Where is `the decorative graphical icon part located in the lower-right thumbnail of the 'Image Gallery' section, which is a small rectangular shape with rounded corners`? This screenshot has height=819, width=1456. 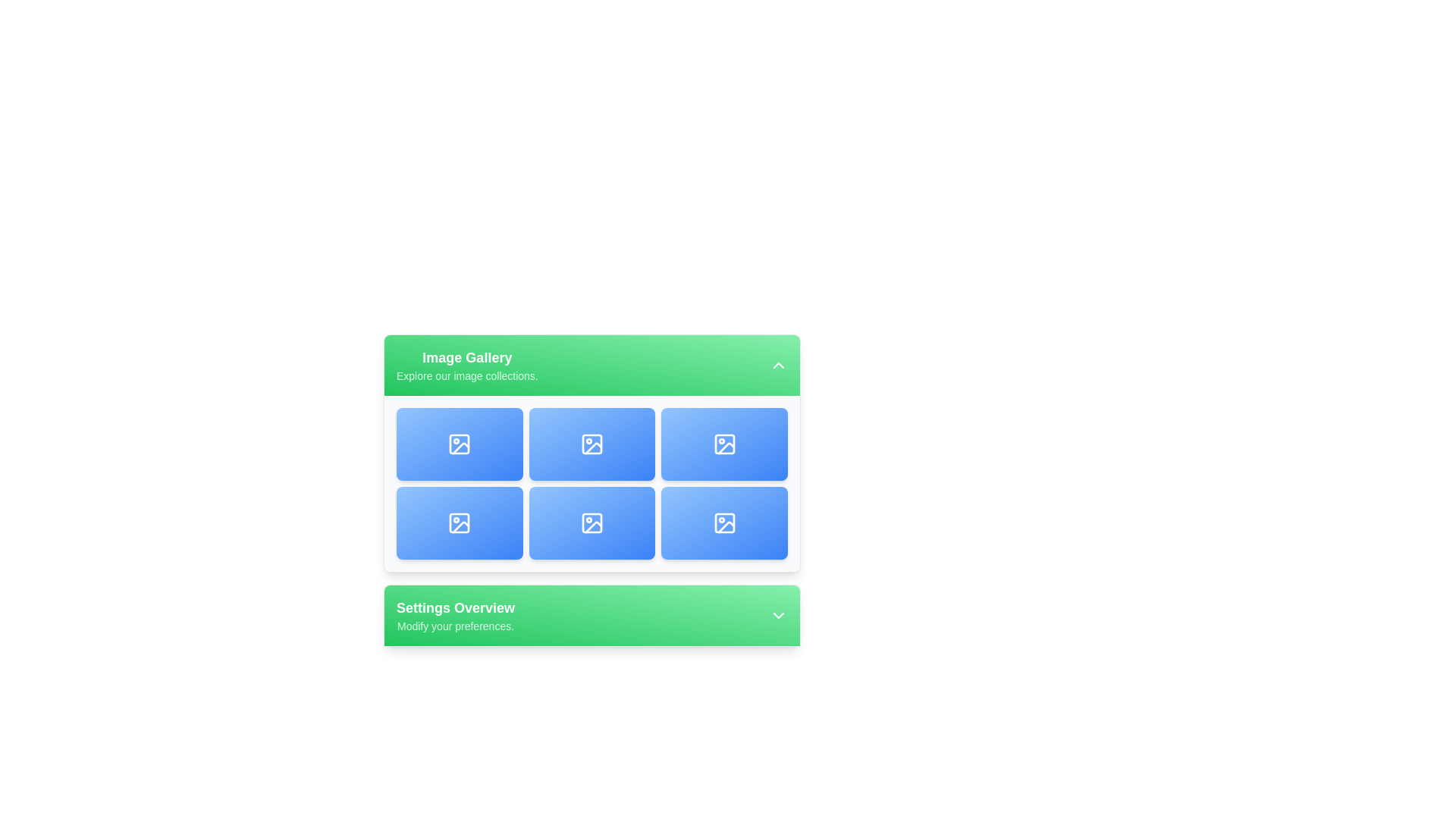 the decorative graphical icon part located in the lower-right thumbnail of the 'Image Gallery' section, which is a small rectangular shape with rounded corners is located at coordinates (723, 522).